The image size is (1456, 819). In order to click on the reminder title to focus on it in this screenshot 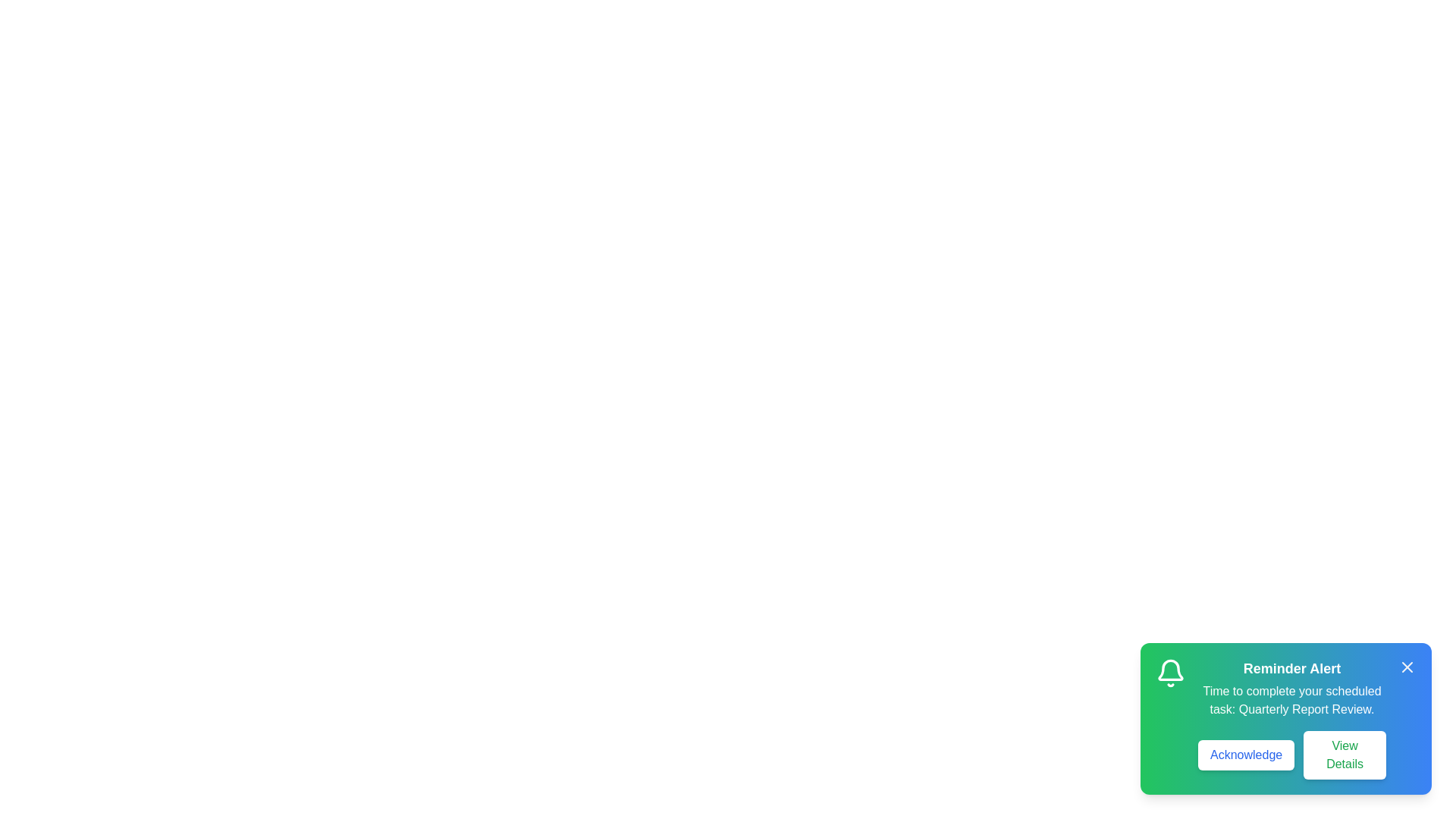, I will do `click(1291, 668)`.